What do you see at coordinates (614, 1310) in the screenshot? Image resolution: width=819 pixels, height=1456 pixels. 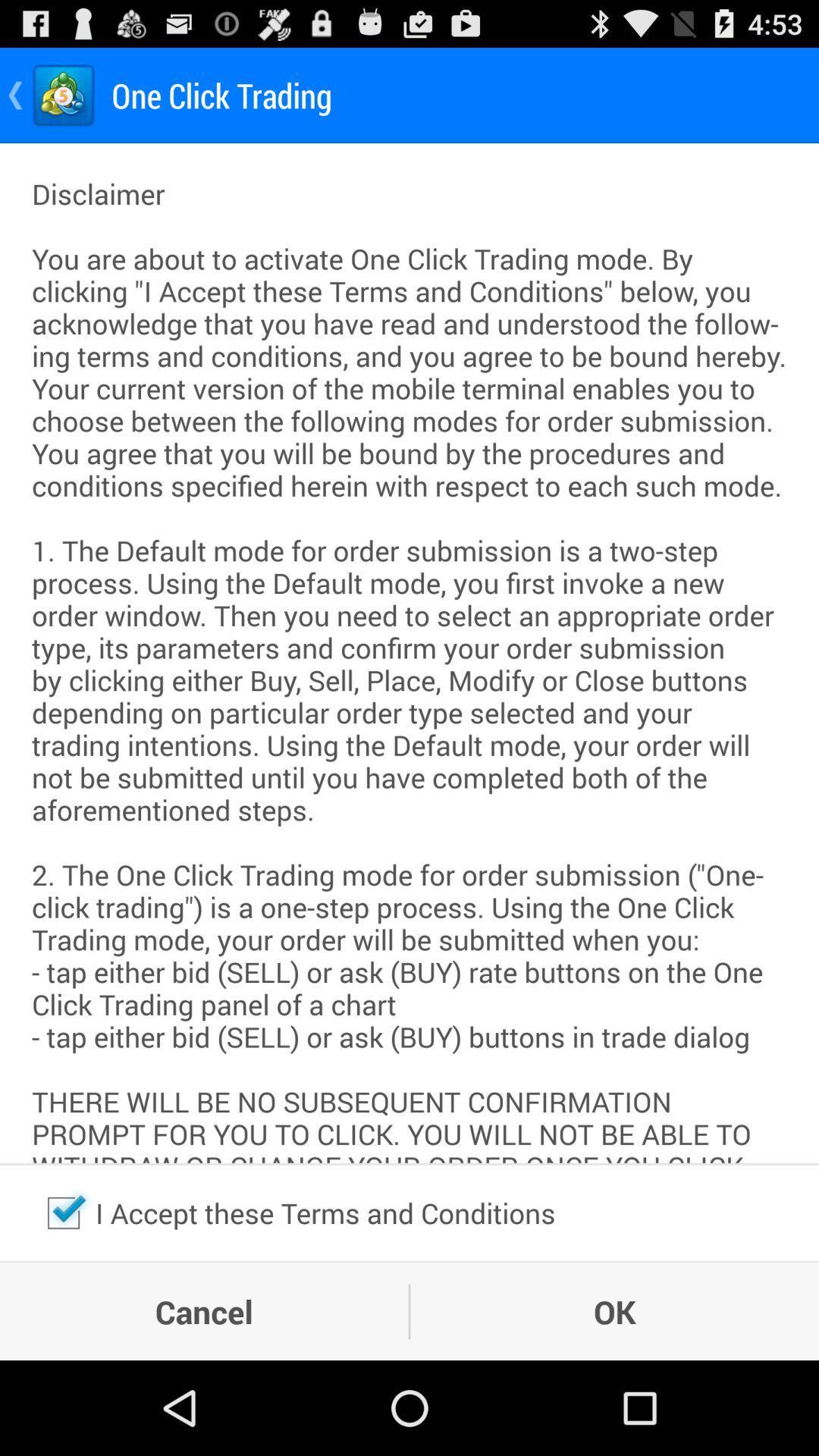 I see `the item at the bottom right corner` at bounding box center [614, 1310].